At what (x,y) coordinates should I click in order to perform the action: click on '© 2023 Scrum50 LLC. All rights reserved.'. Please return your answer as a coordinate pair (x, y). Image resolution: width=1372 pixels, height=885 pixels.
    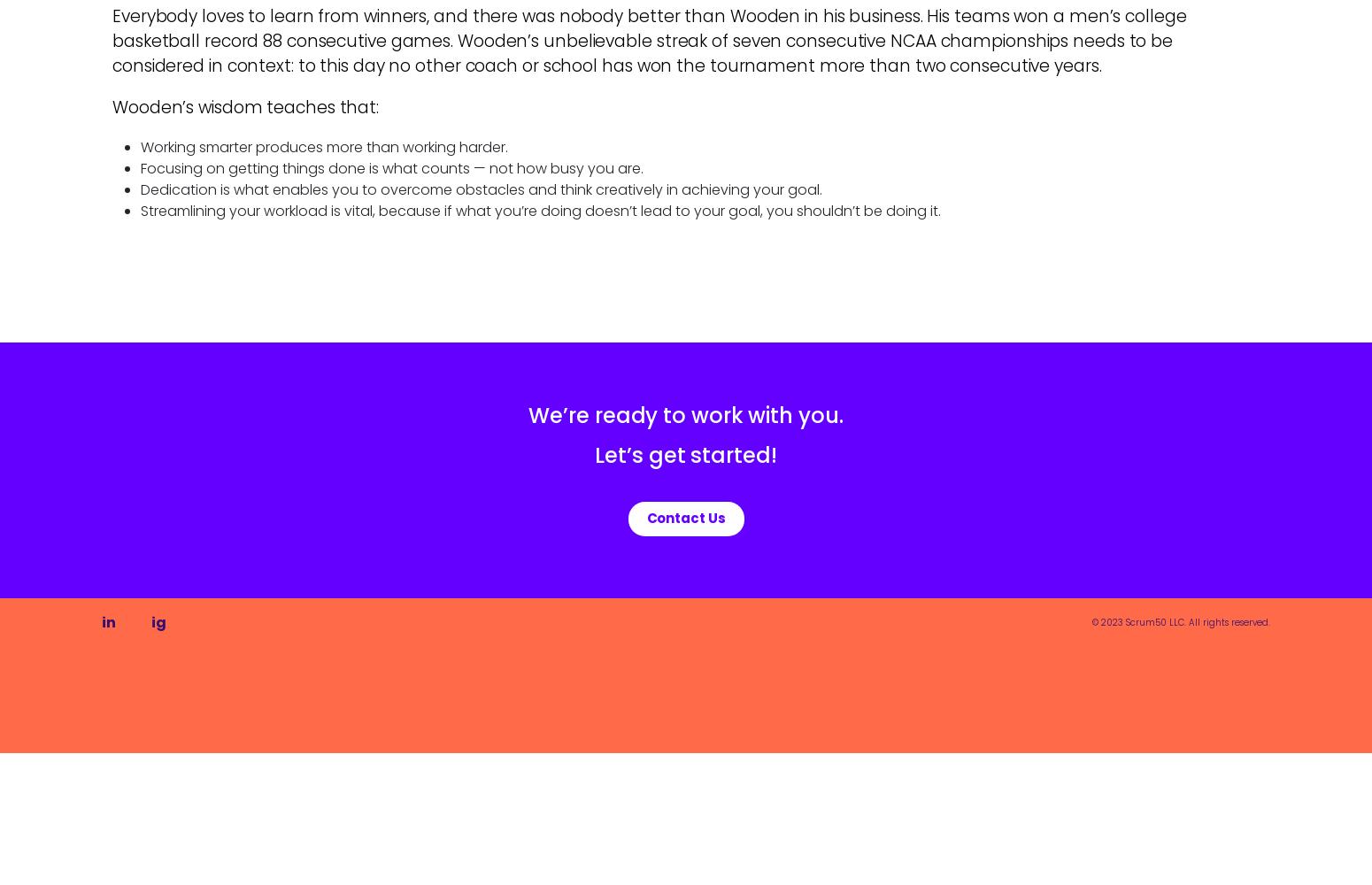
    Looking at the image, I should click on (1181, 621).